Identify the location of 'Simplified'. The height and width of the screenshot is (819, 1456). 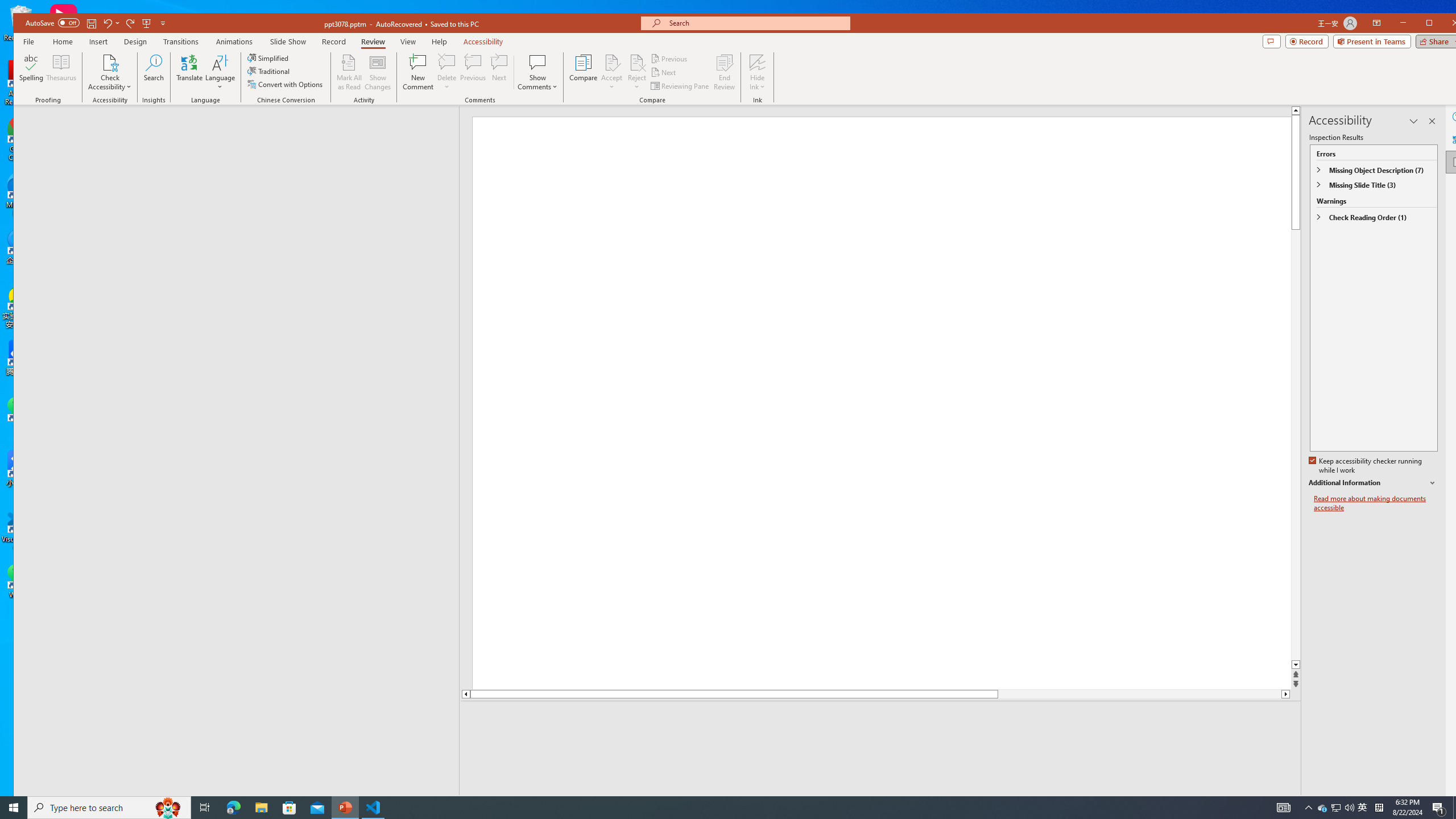
(268, 58).